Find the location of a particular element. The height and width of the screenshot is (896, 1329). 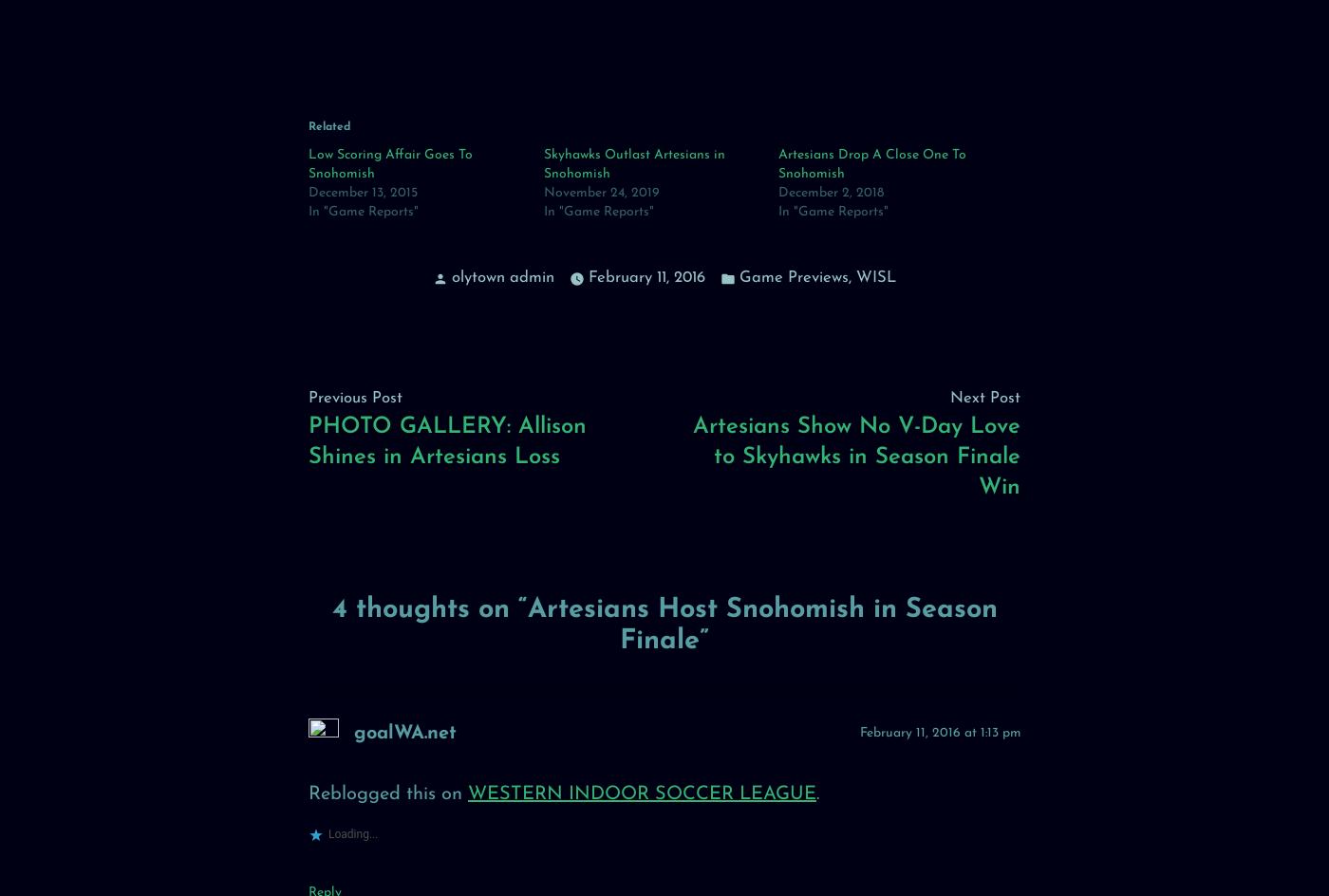

'Reblogged this on' is located at coordinates (387, 793).